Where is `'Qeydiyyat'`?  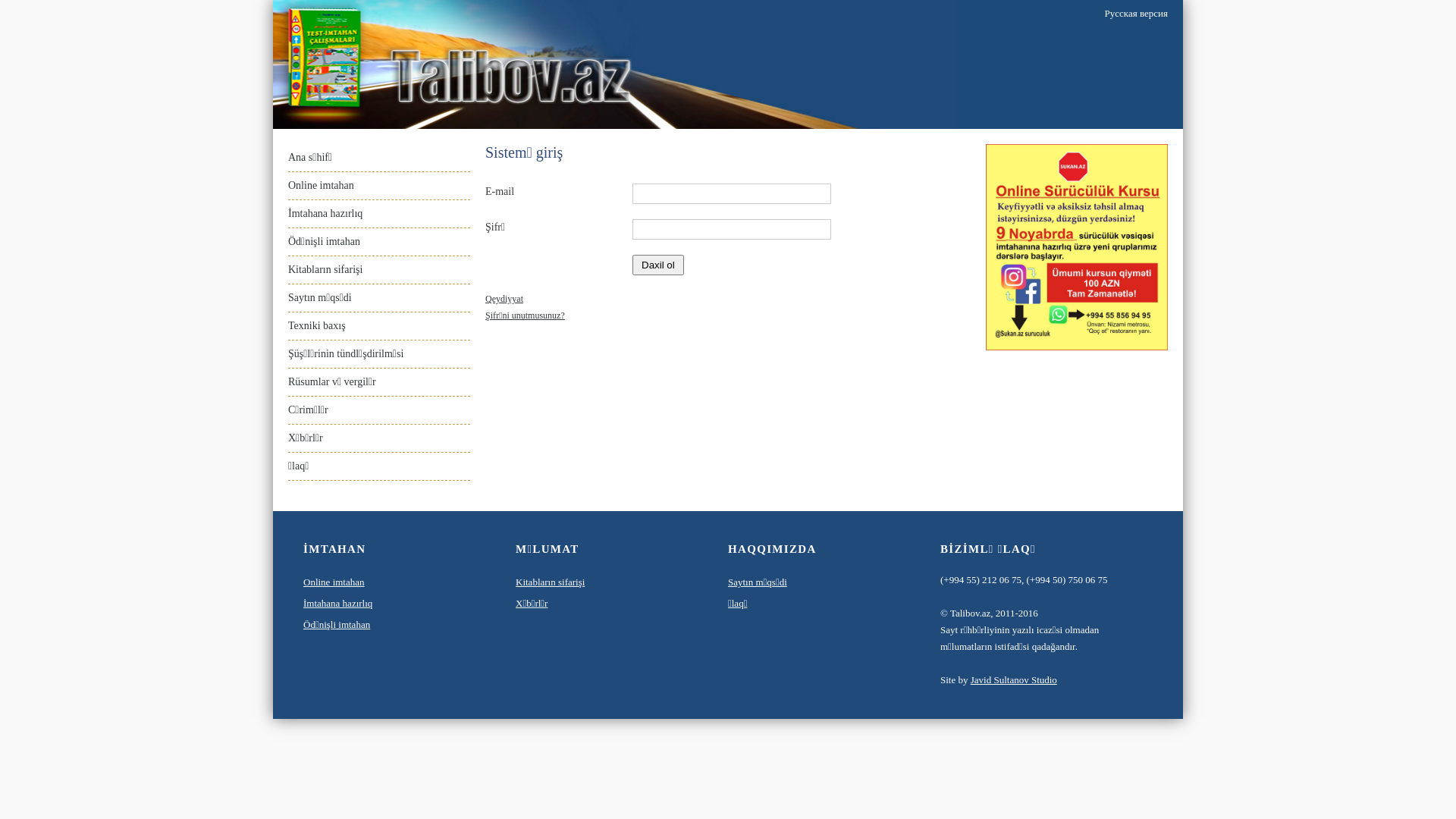
'Qeydiyyat' is located at coordinates (504, 298).